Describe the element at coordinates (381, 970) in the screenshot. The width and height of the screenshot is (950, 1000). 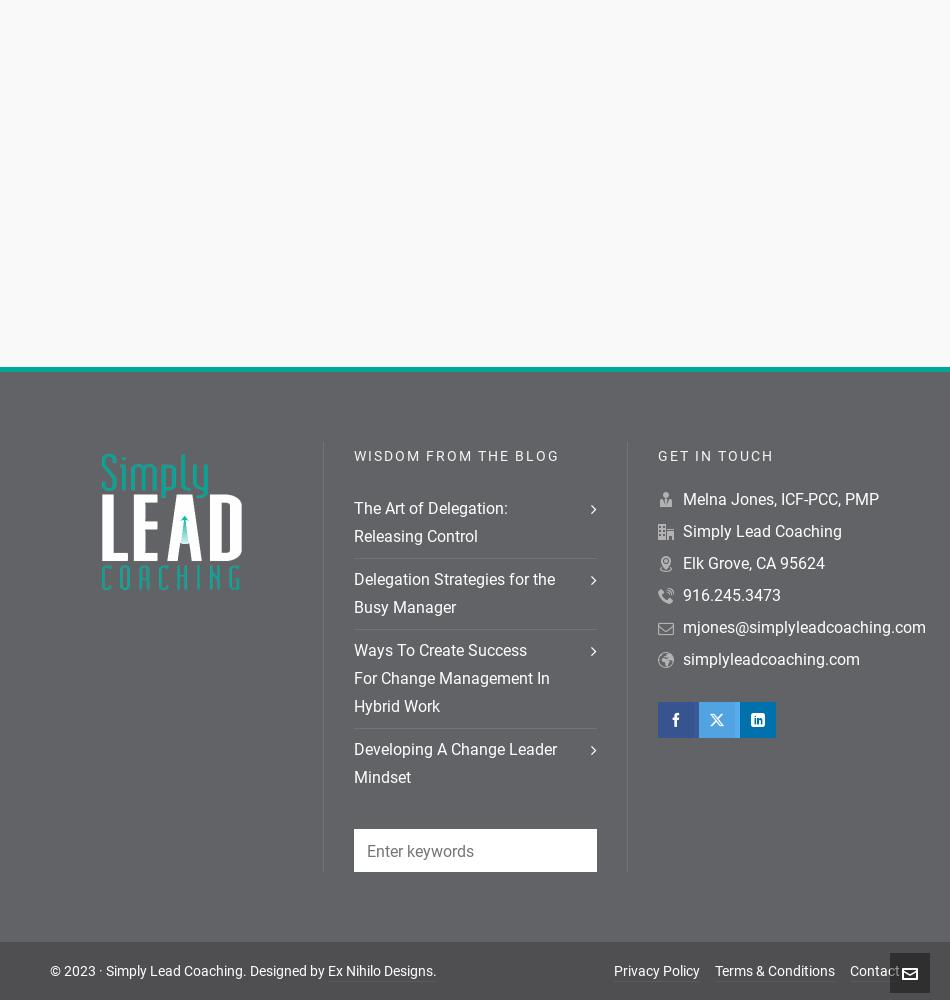
I see `'Ex Nihilo Designs.'` at that location.